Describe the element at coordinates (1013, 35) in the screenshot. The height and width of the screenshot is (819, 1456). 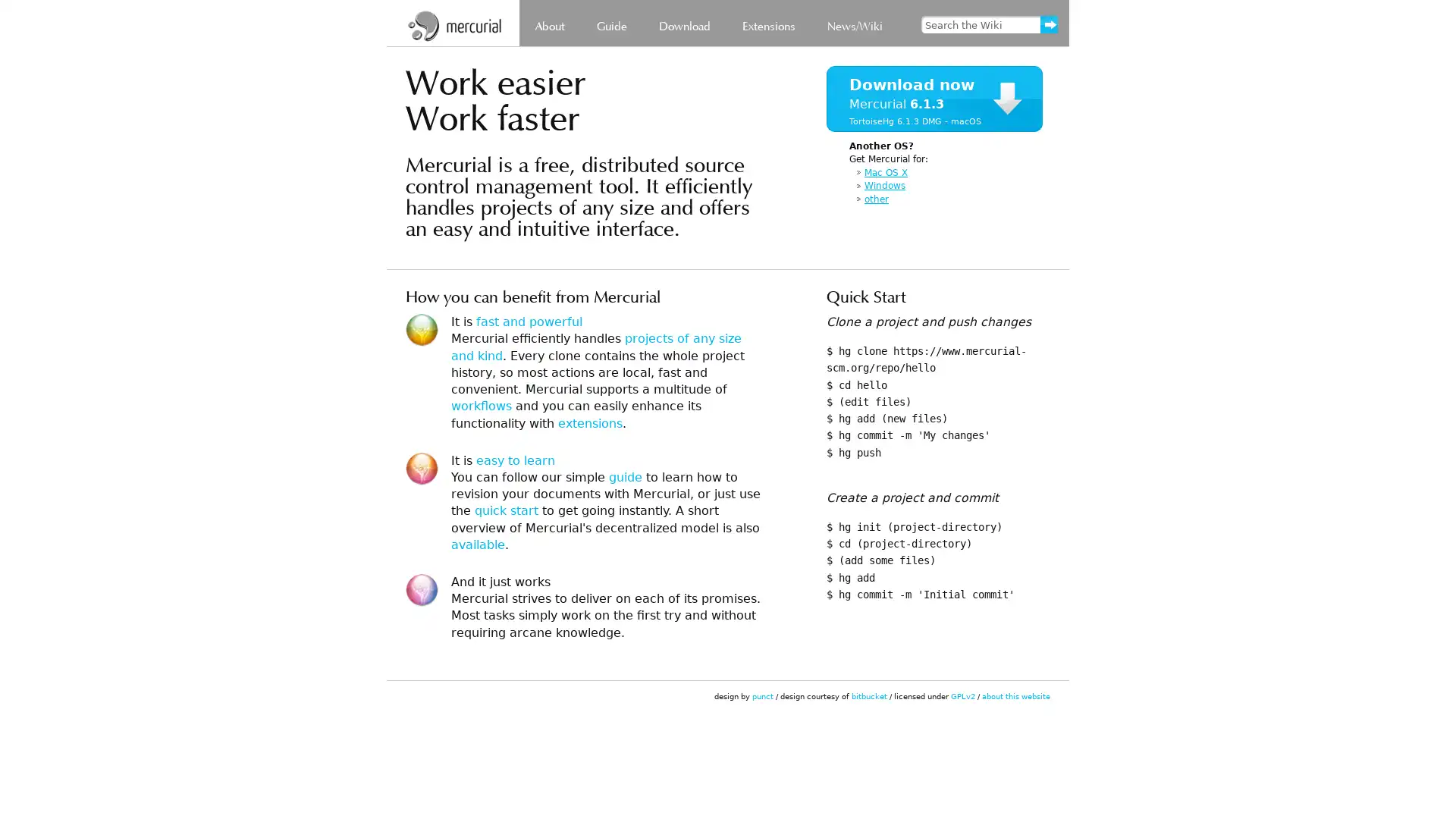
I see `Title` at that location.